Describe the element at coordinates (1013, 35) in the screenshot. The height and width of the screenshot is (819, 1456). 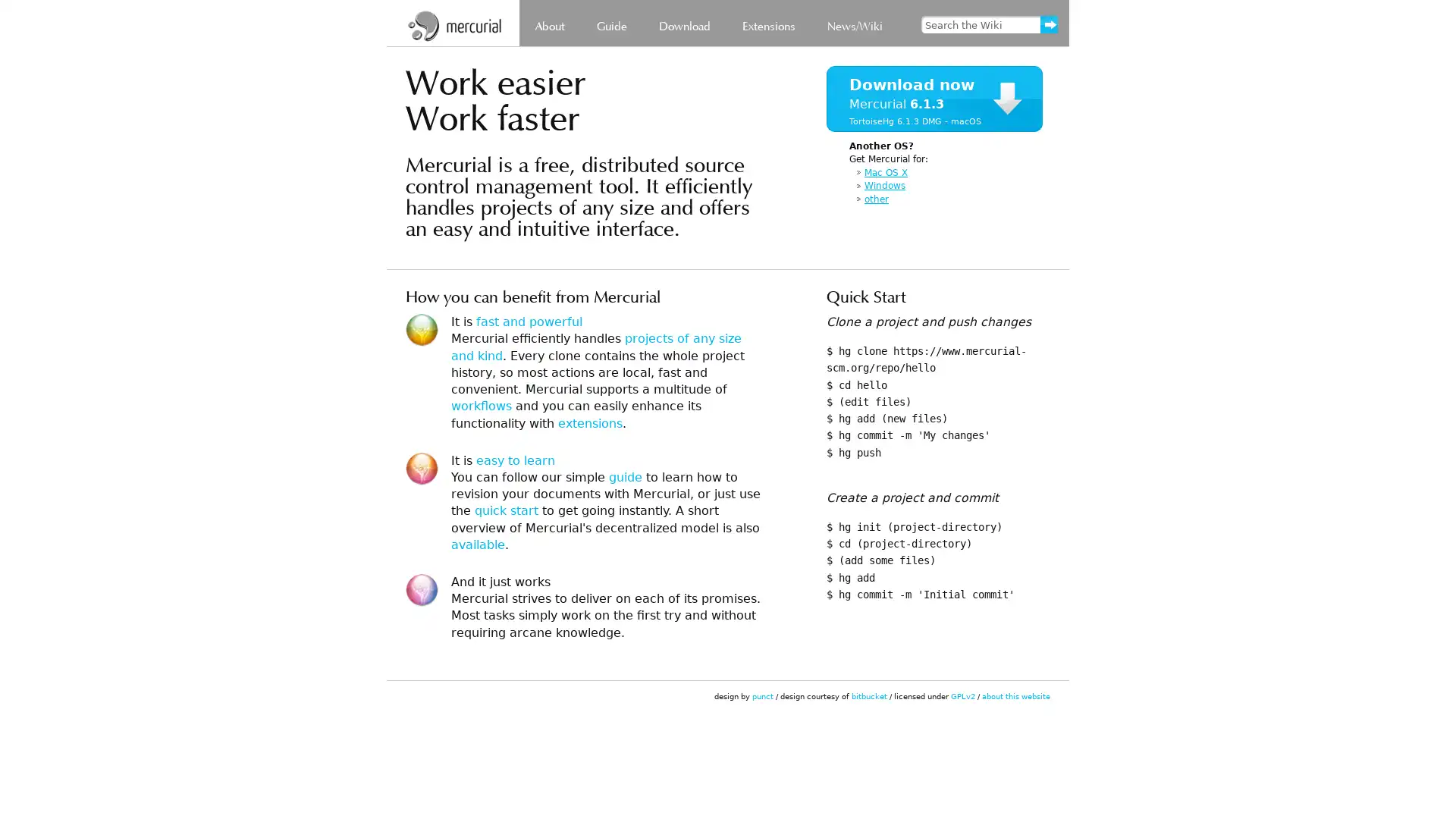
I see `Title` at that location.